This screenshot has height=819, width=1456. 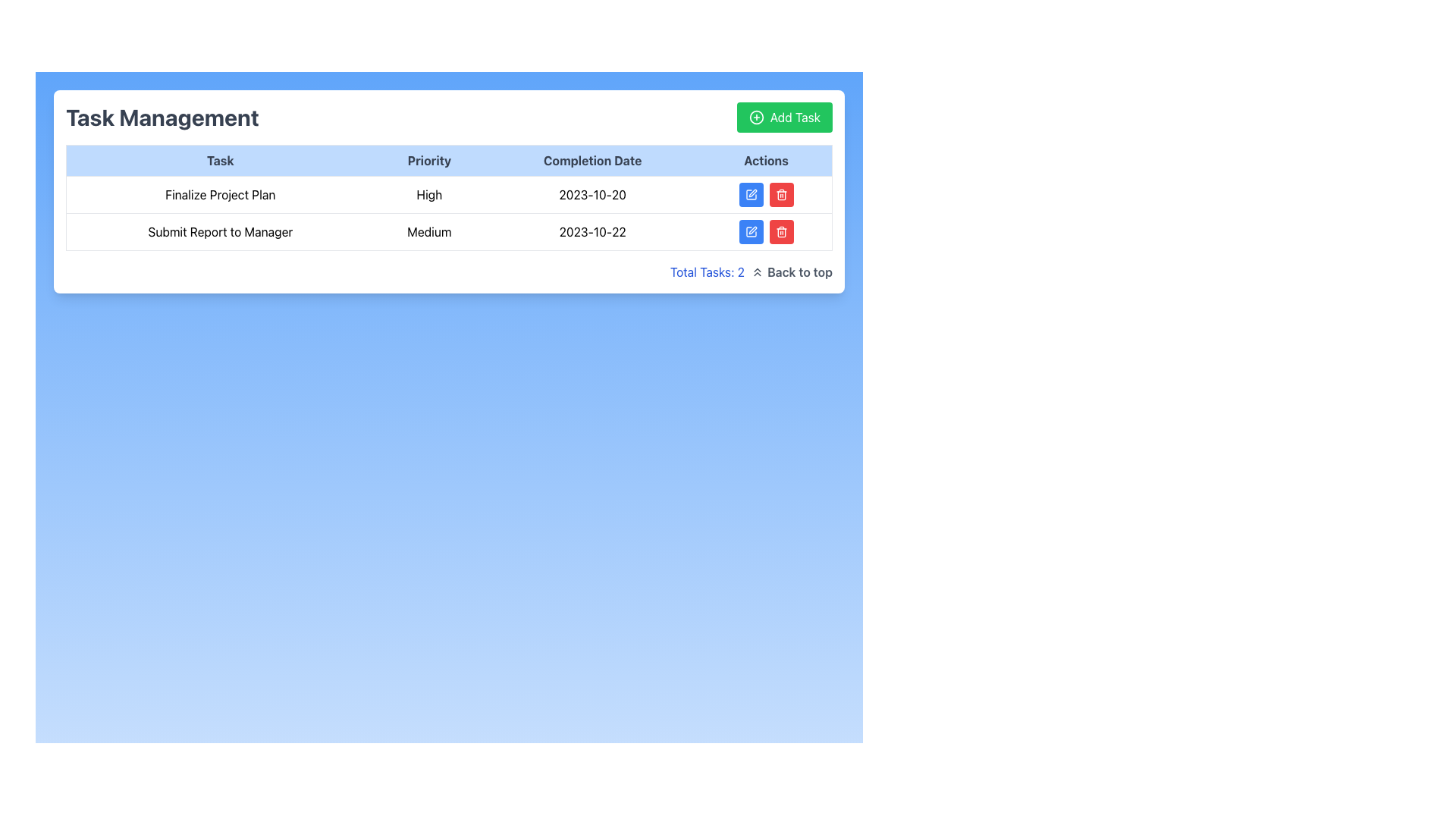 I want to click on the 'Task' header label in the task management table, which is the first item in the header row, so click(x=219, y=161).